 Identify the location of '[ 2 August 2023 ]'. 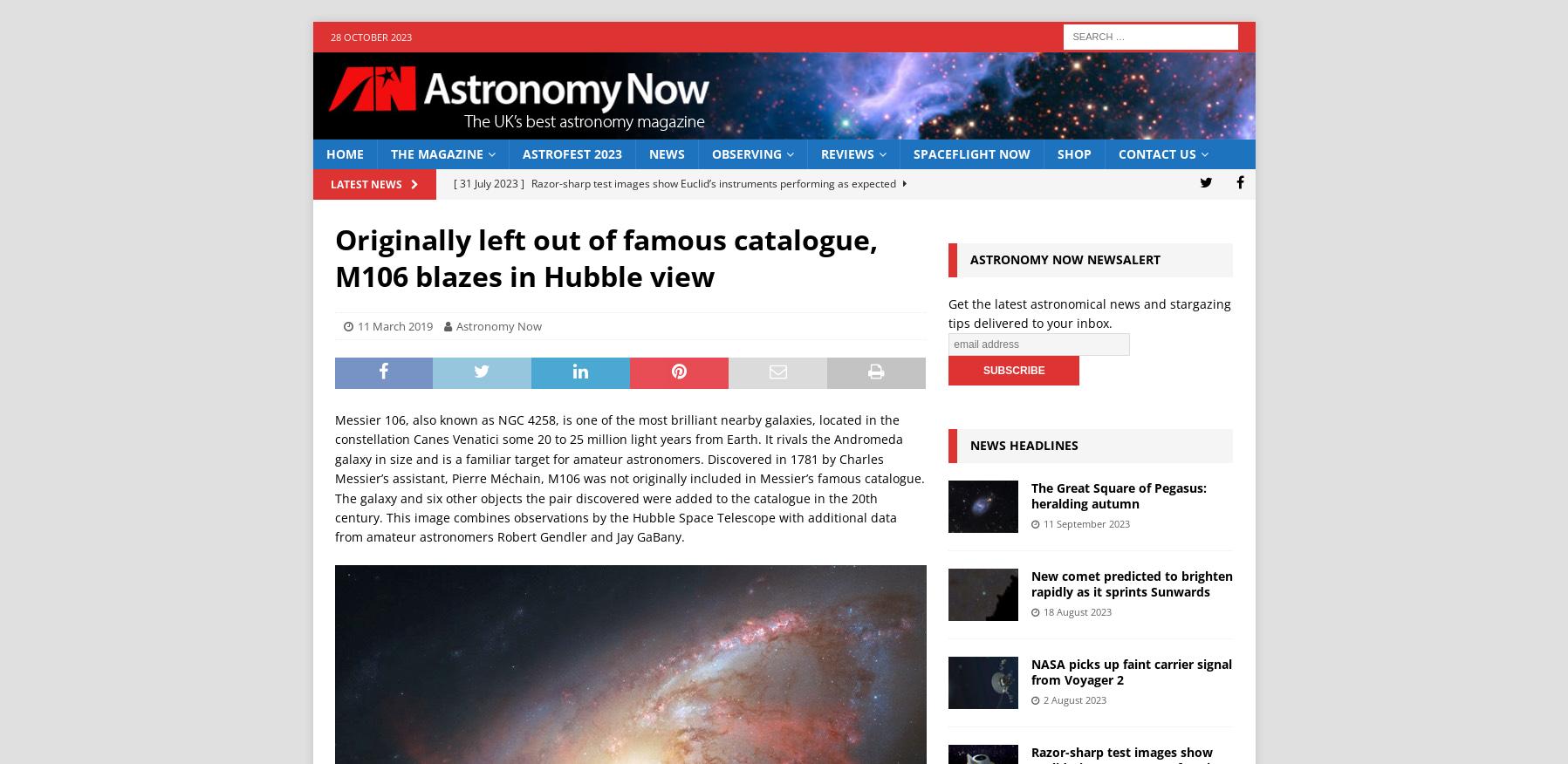
(495, 318).